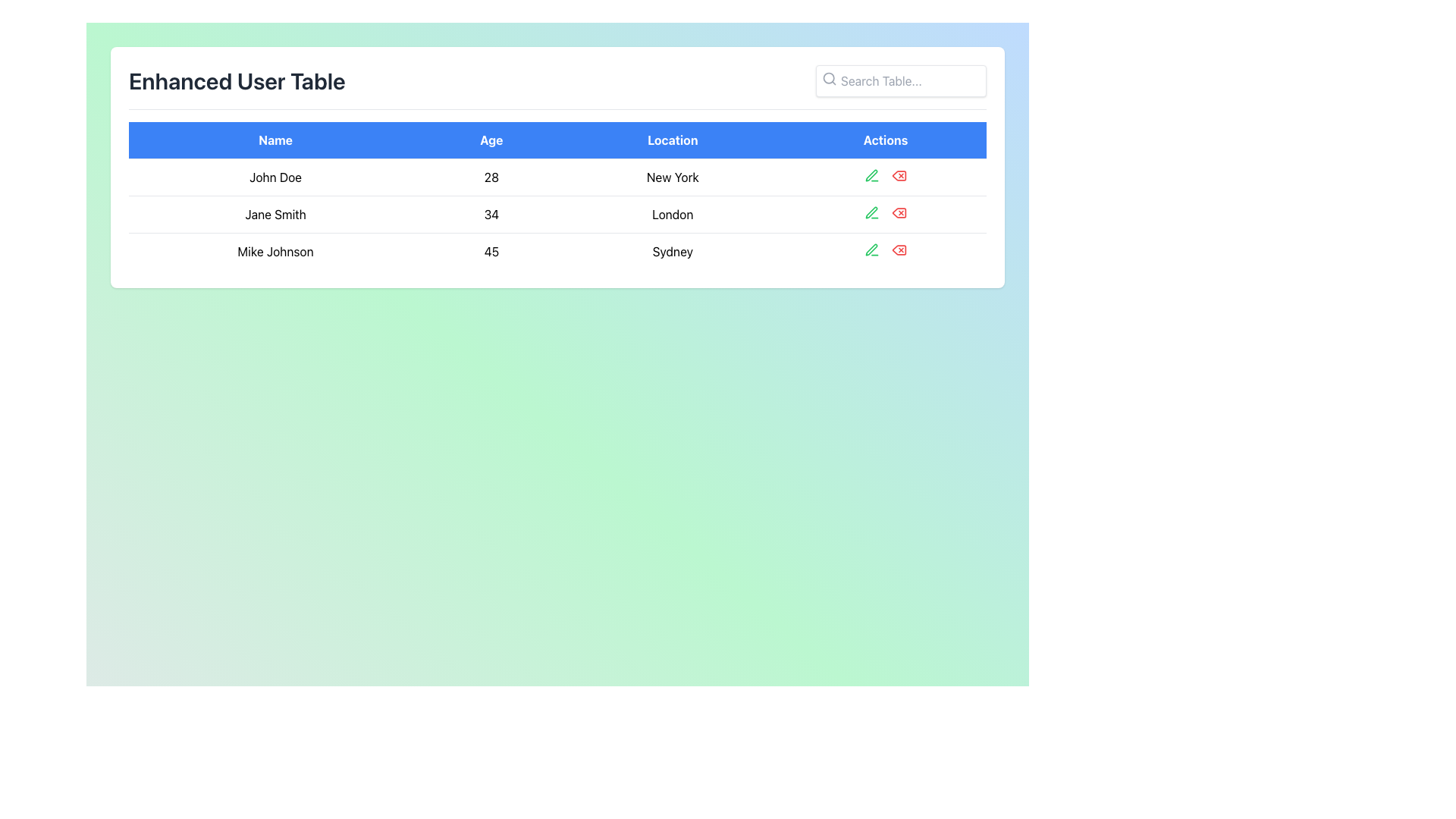  What do you see at coordinates (829, 79) in the screenshot?
I see `the search icon located at the top-right corner of the interface, to the left of the search input box with the placeholder text 'Search Table...'` at bounding box center [829, 79].